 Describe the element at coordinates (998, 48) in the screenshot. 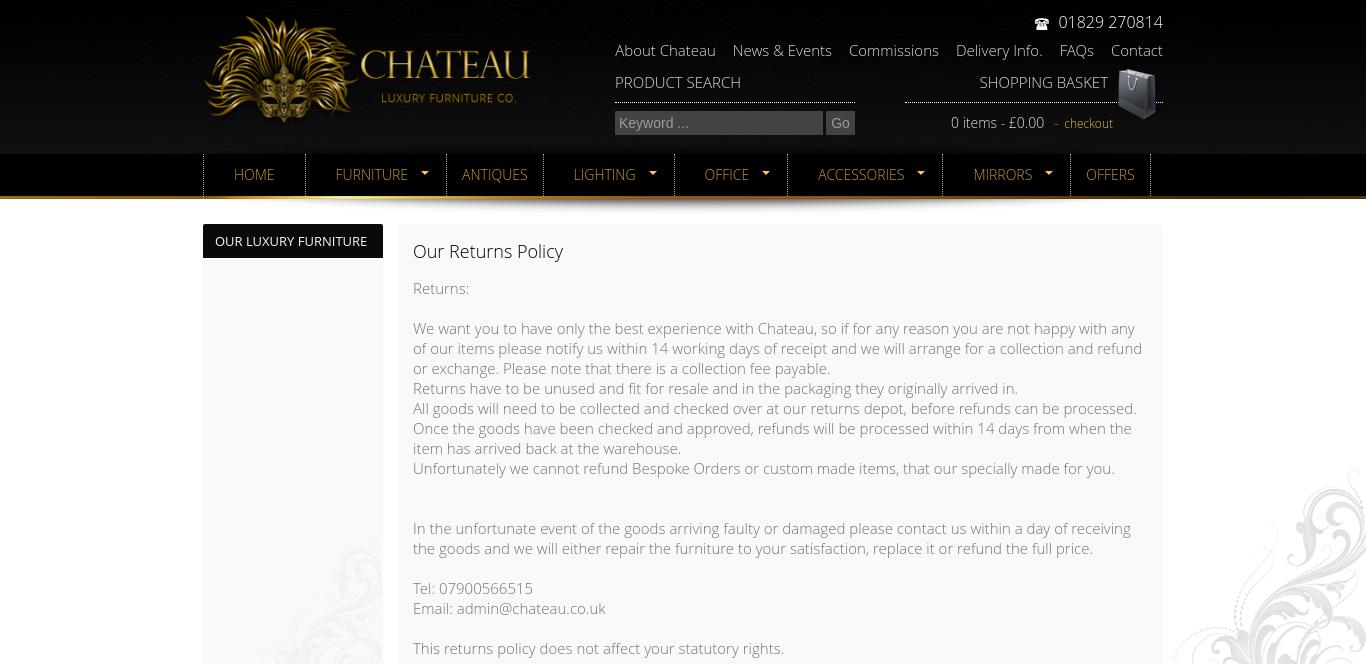

I see `'Delivery Info.'` at that location.